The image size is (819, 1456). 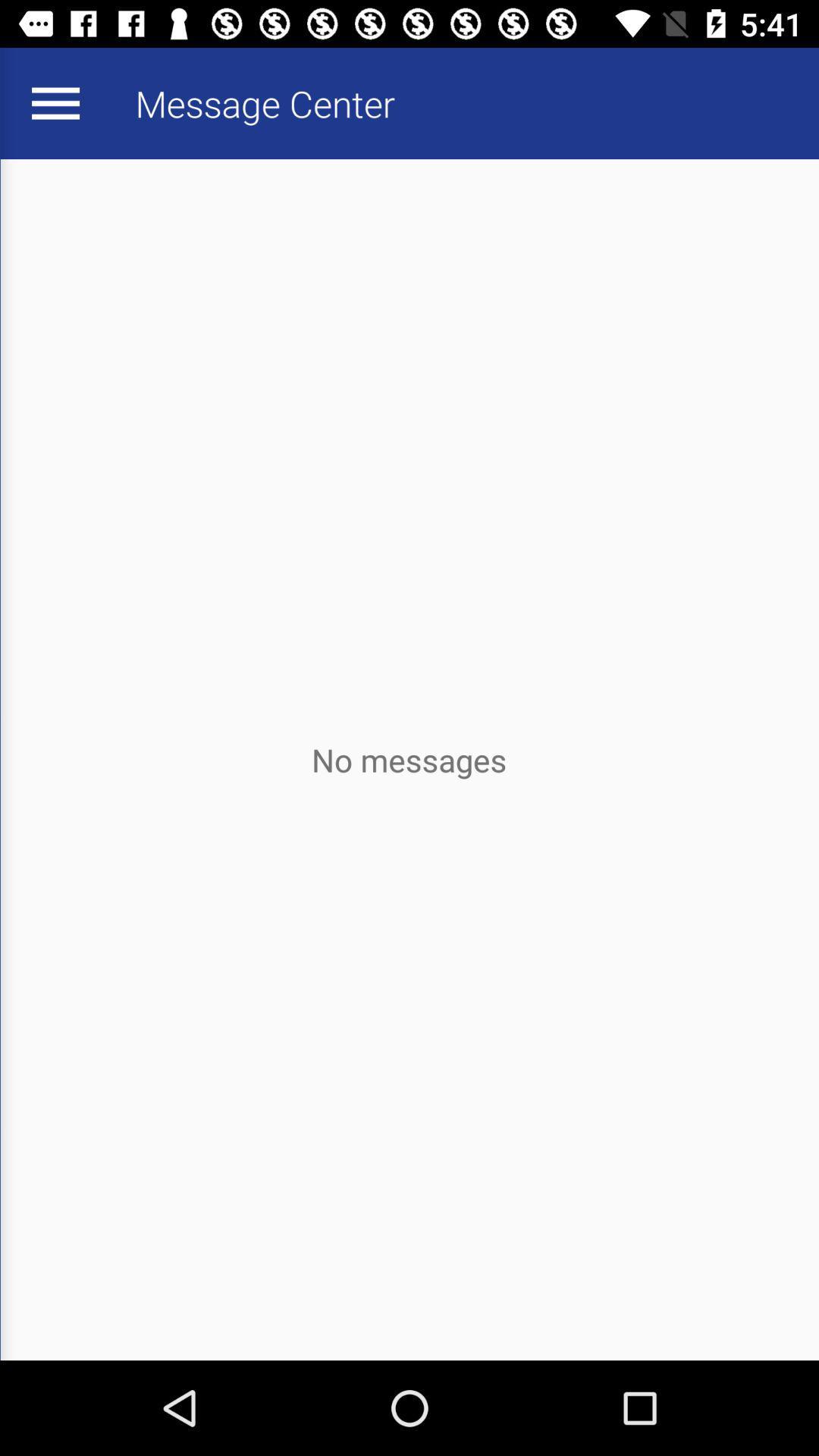 What do you see at coordinates (55, 102) in the screenshot?
I see `menu` at bounding box center [55, 102].